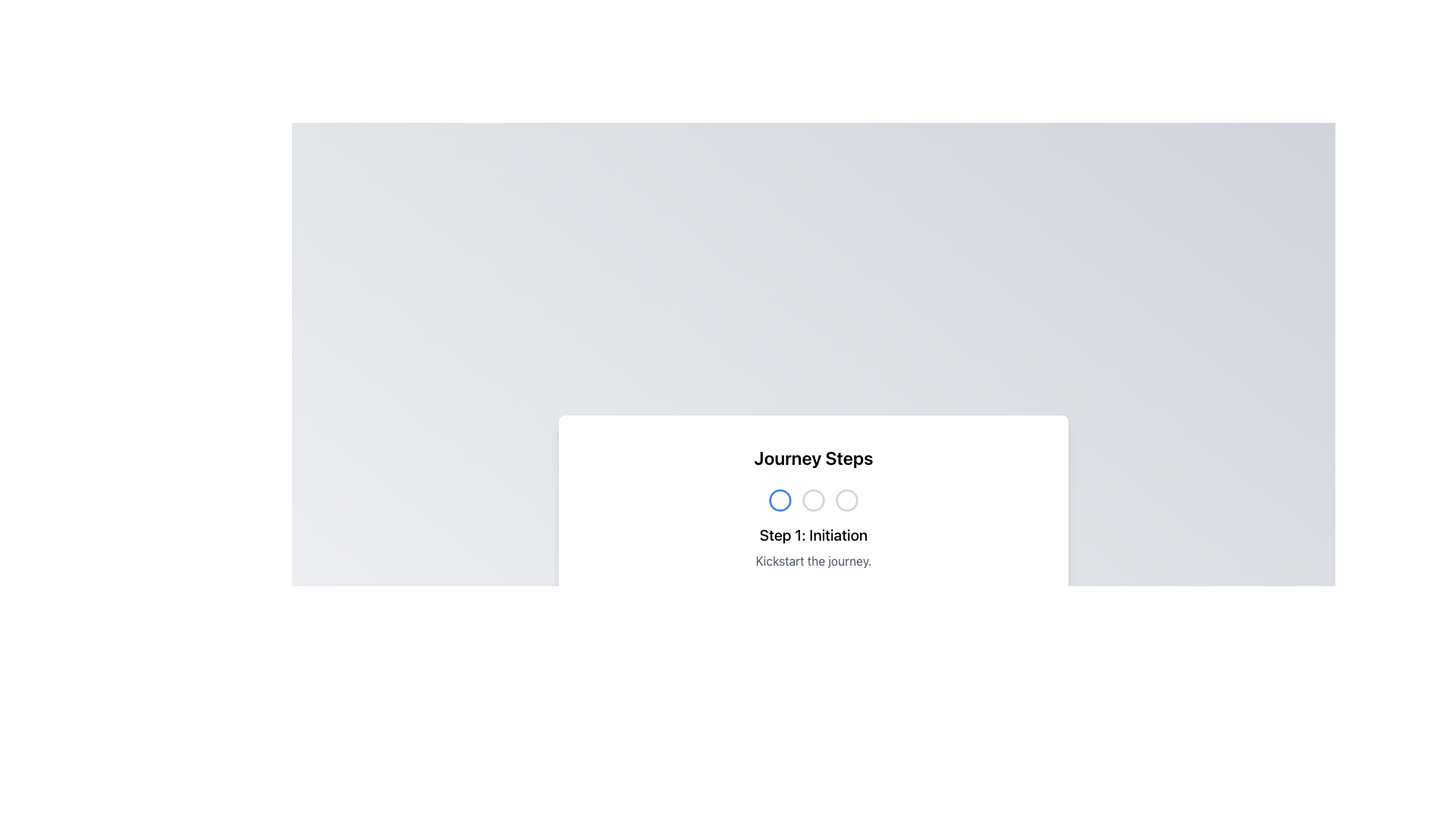 This screenshot has height=819, width=1456. I want to click on the second circular icon in a row of three icons, which has a light gray color and a thin outline, so click(813, 500).